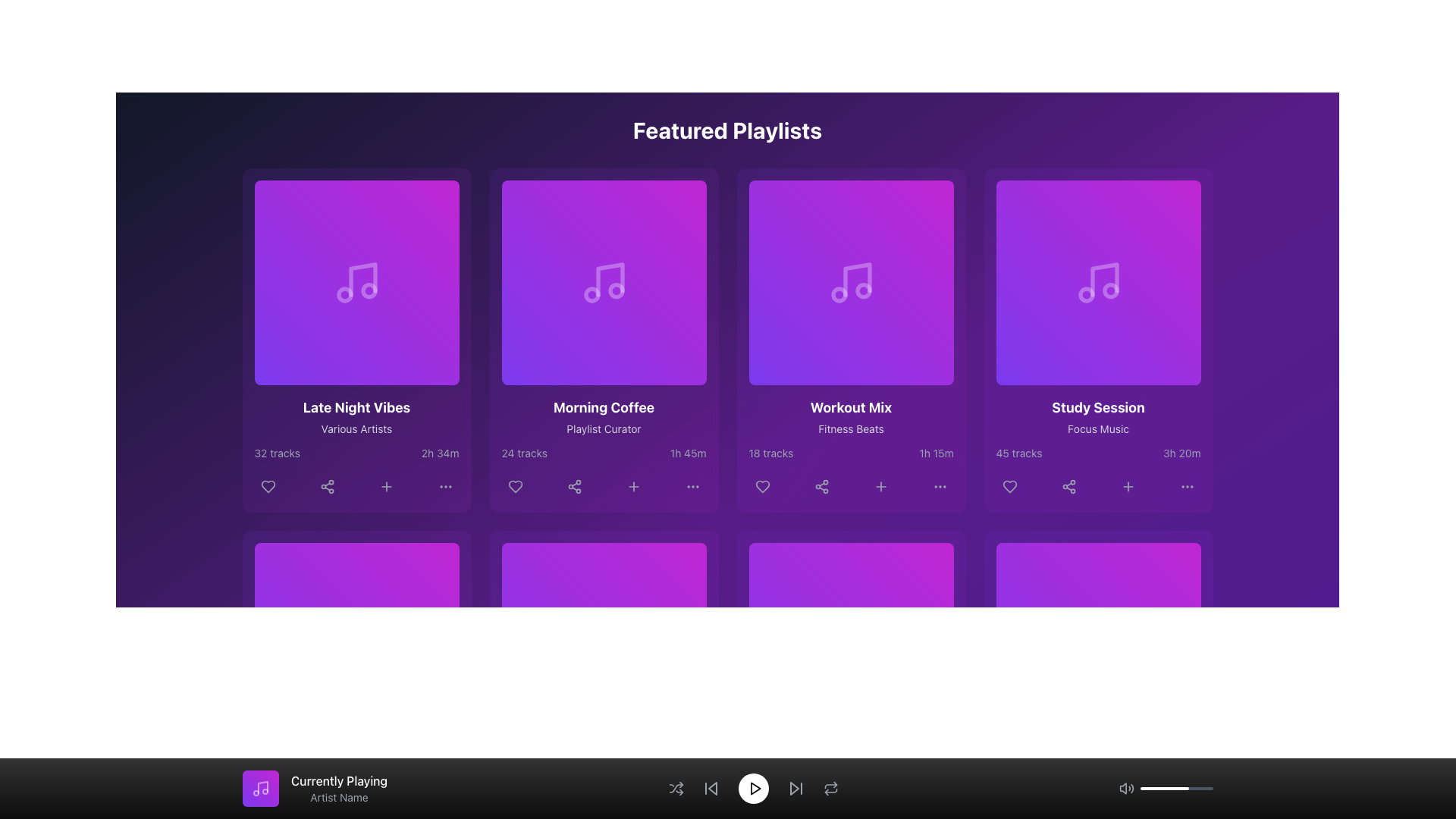 This screenshot has width=1456, height=819. Describe the element at coordinates (356, 406) in the screenshot. I see `text from the 'Late Night Vibes' label located in the first playlist card from the left in the top row of the playlist section, positioned below the album artwork` at that location.